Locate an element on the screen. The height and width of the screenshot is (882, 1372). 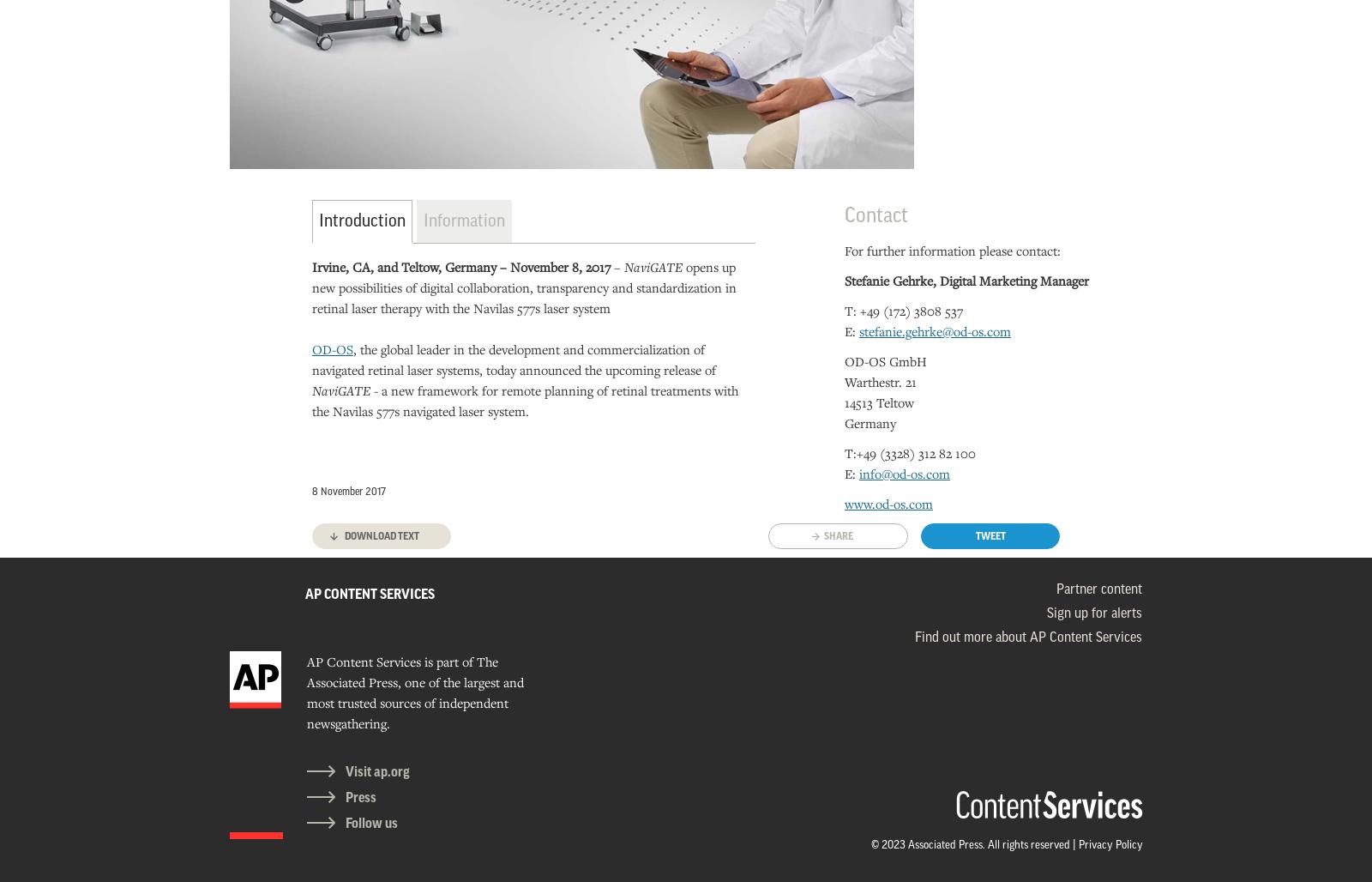
'AP Content Services is part of The Associated Press, one of the largest and most trusted sources of independent newsgathering.' is located at coordinates (413, 692).